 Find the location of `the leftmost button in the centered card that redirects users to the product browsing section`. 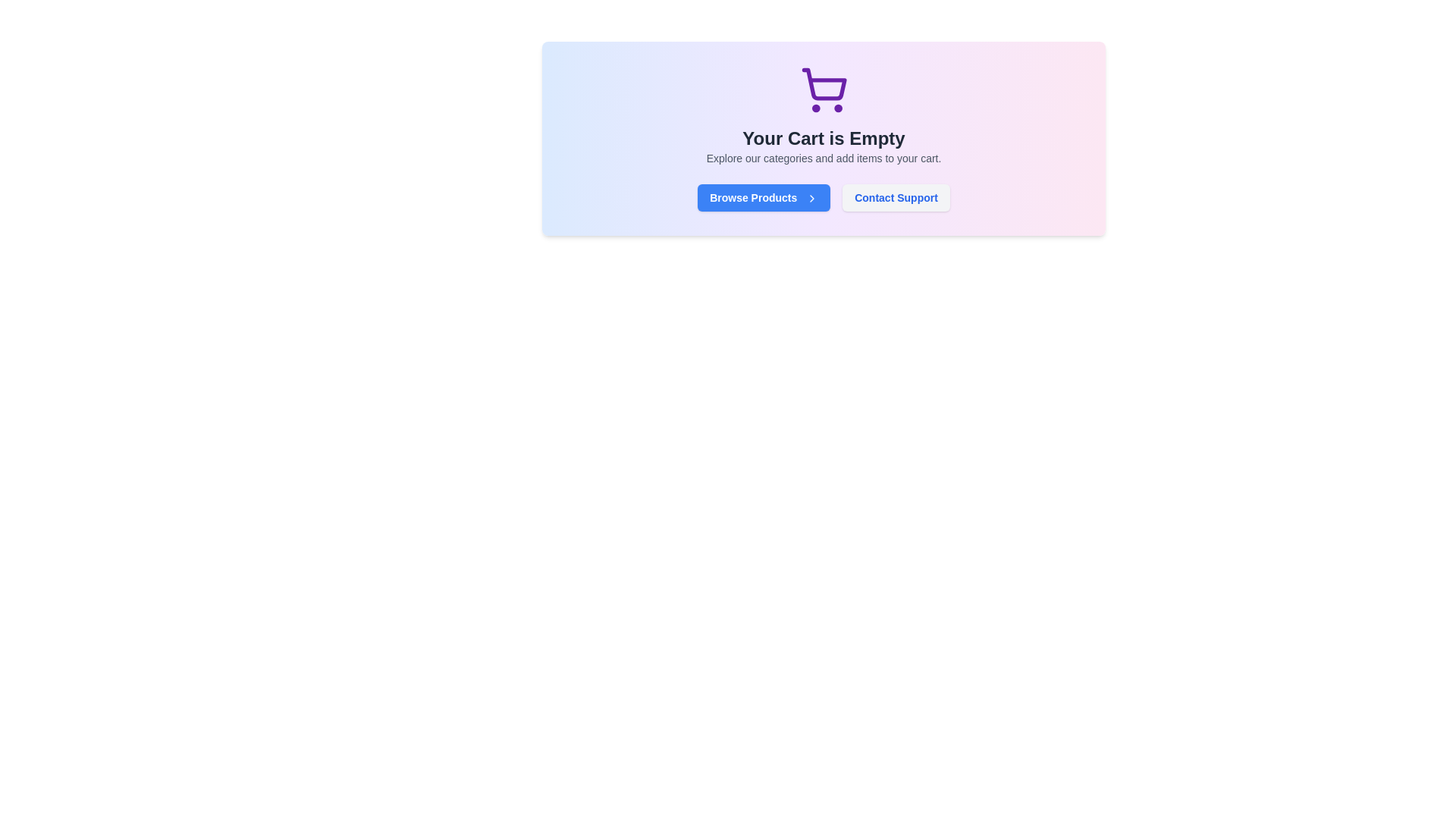

the leftmost button in the centered card that redirects users to the product browsing section is located at coordinates (764, 197).